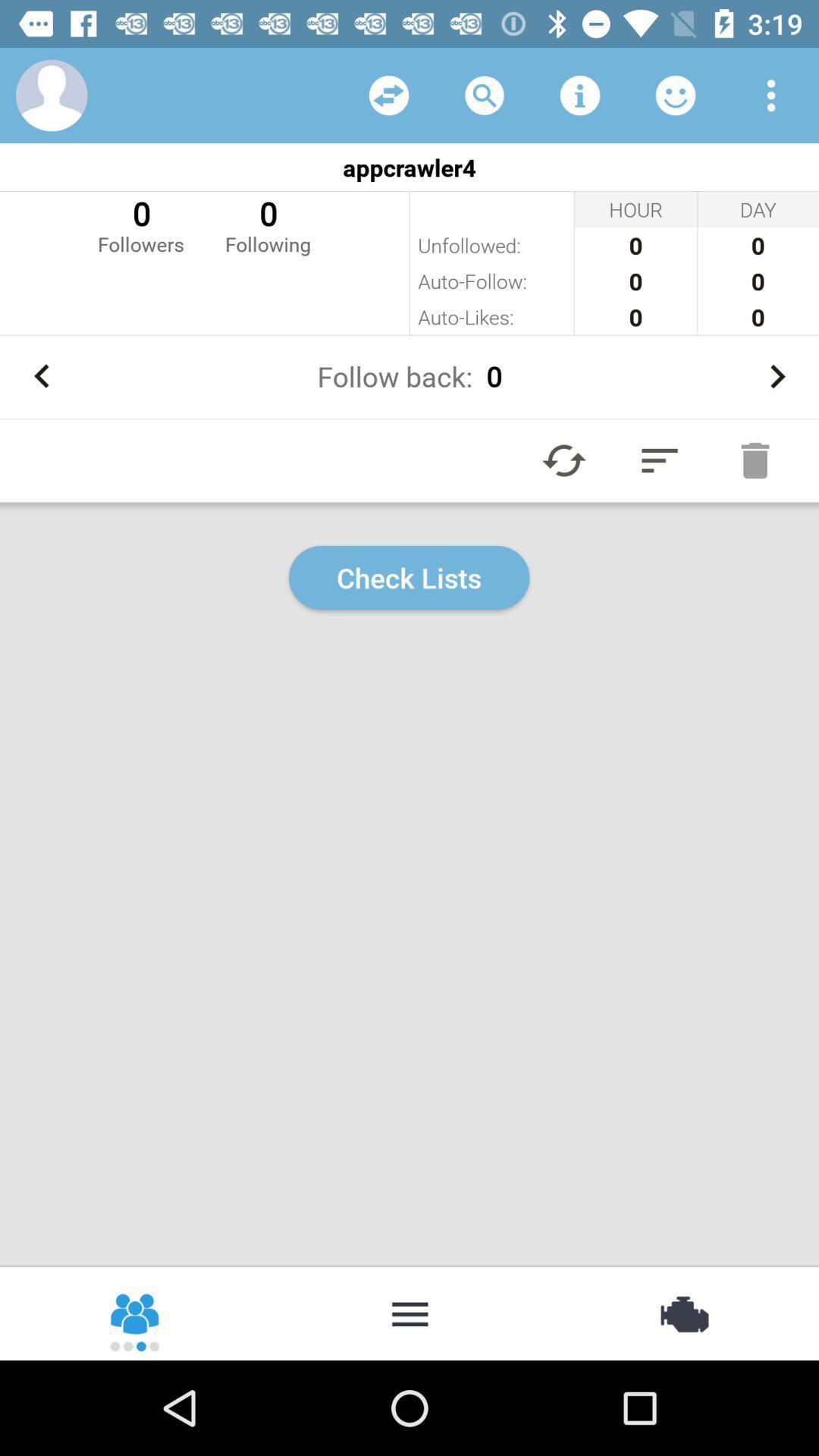  Describe the element at coordinates (140, 224) in the screenshot. I see `icon next to the 0` at that location.